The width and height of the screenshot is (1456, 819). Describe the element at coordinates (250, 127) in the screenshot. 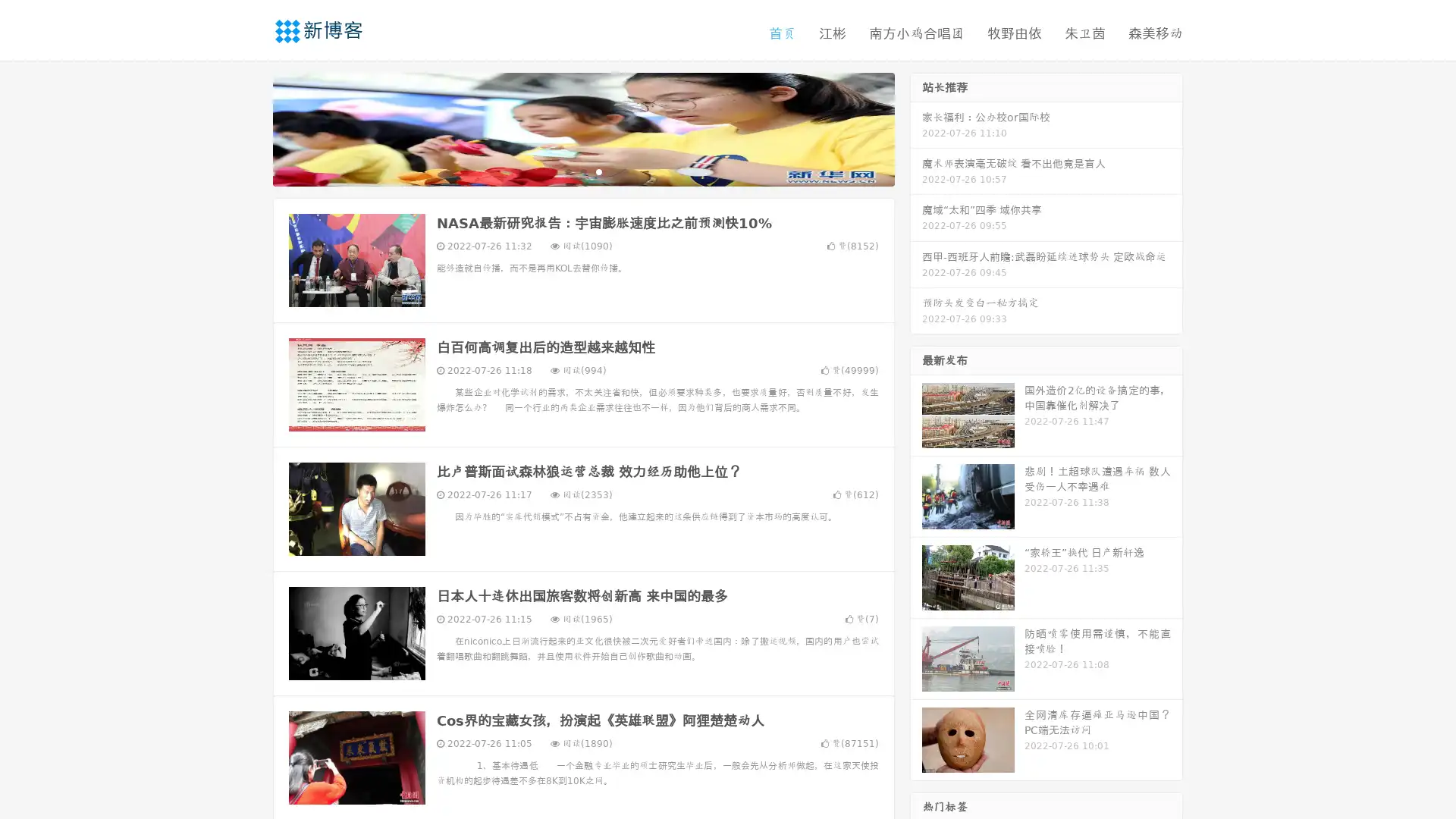

I see `Previous slide` at that location.